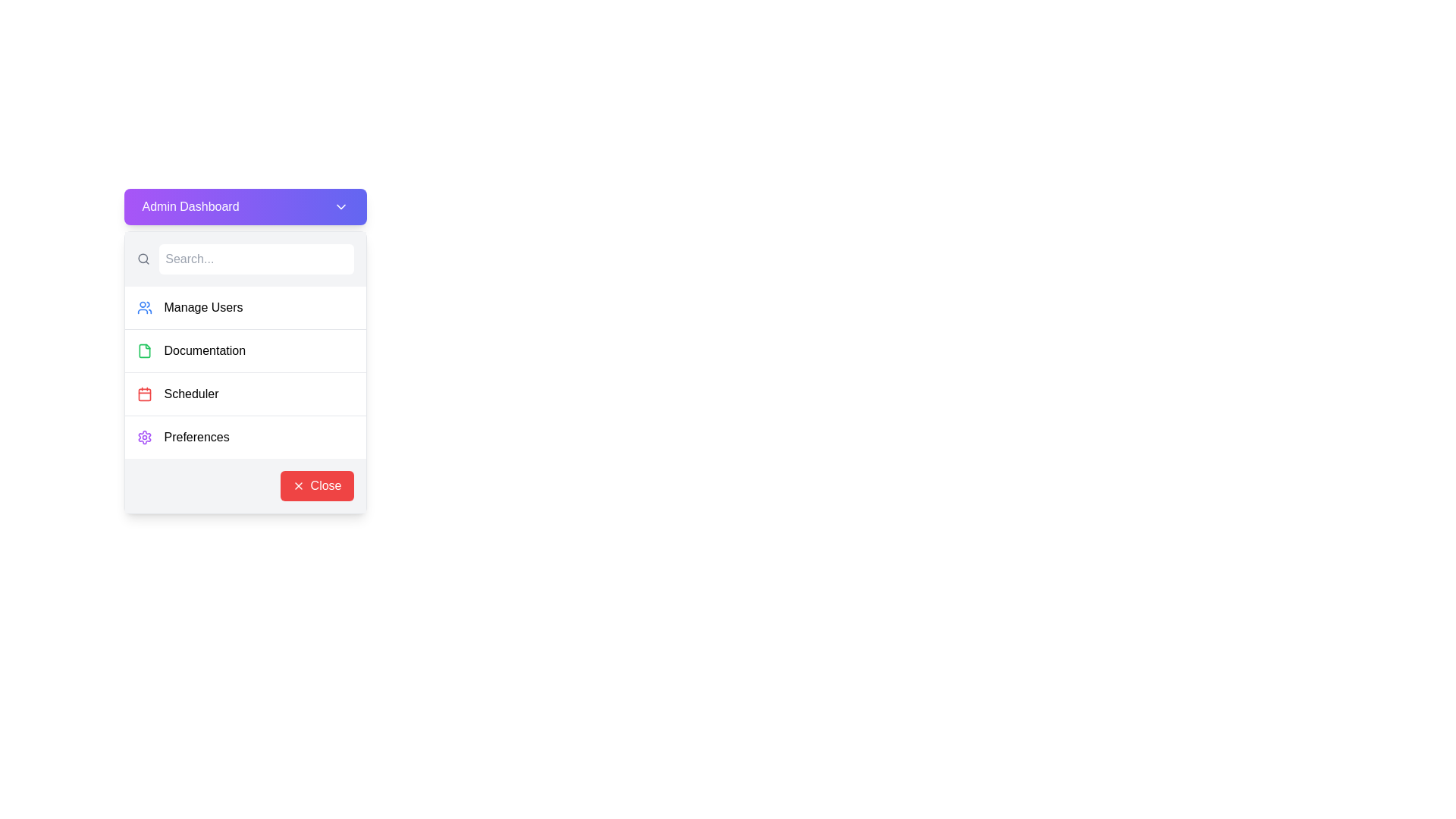 Image resolution: width=1456 pixels, height=819 pixels. I want to click on the blue group of people icon located at the start of the 'Manage Users' option in the vertical menu under the 'Admin Dashboard' header, so click(144, 307).